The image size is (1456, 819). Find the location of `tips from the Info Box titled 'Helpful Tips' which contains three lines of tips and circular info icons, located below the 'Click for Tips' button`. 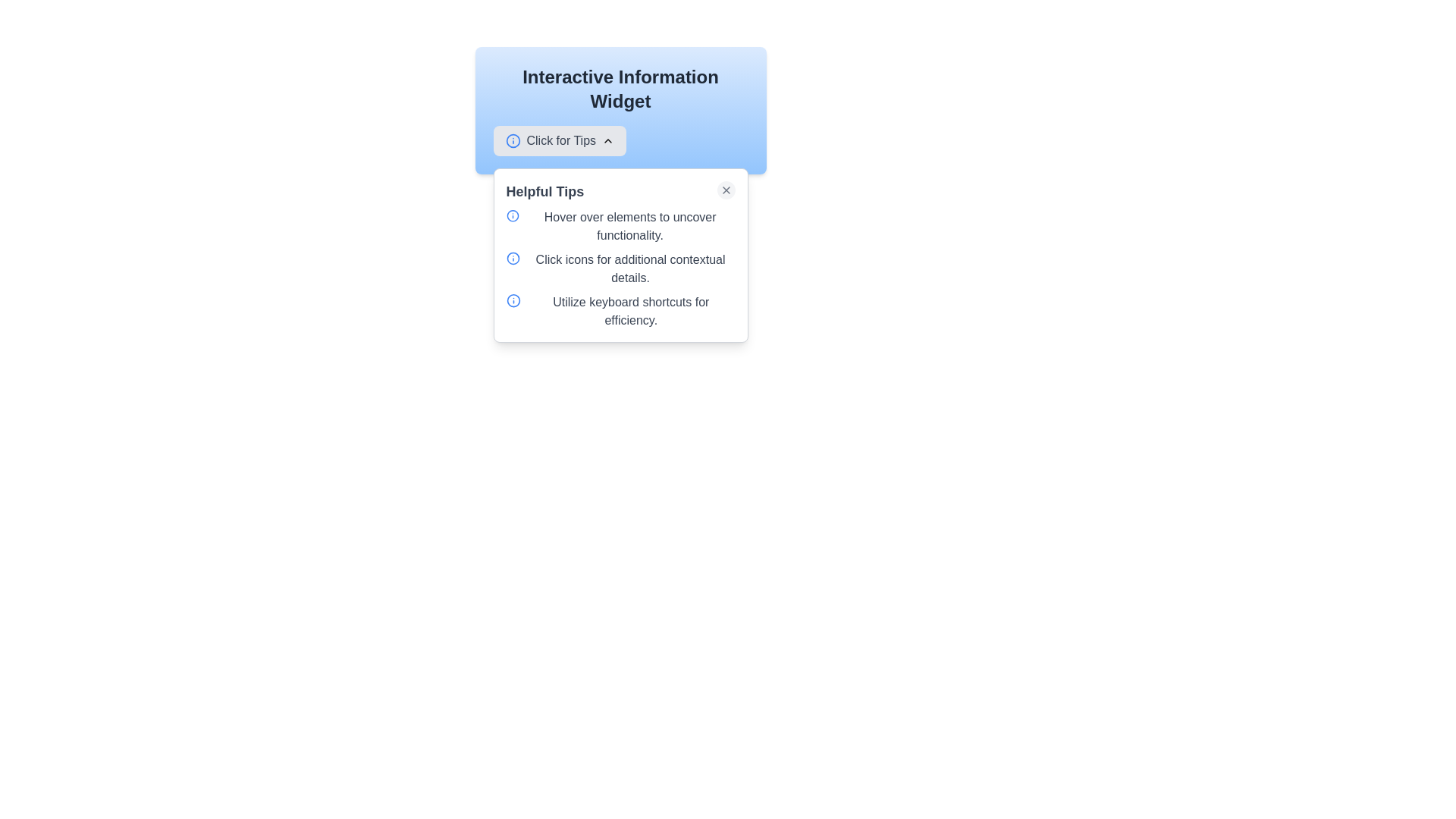

tips from the Info Box titled 'Helpful Tips' which contains three lines of tips and circular info icons, located below the 'Click for Tips' button is located at coordinates (620, 254).